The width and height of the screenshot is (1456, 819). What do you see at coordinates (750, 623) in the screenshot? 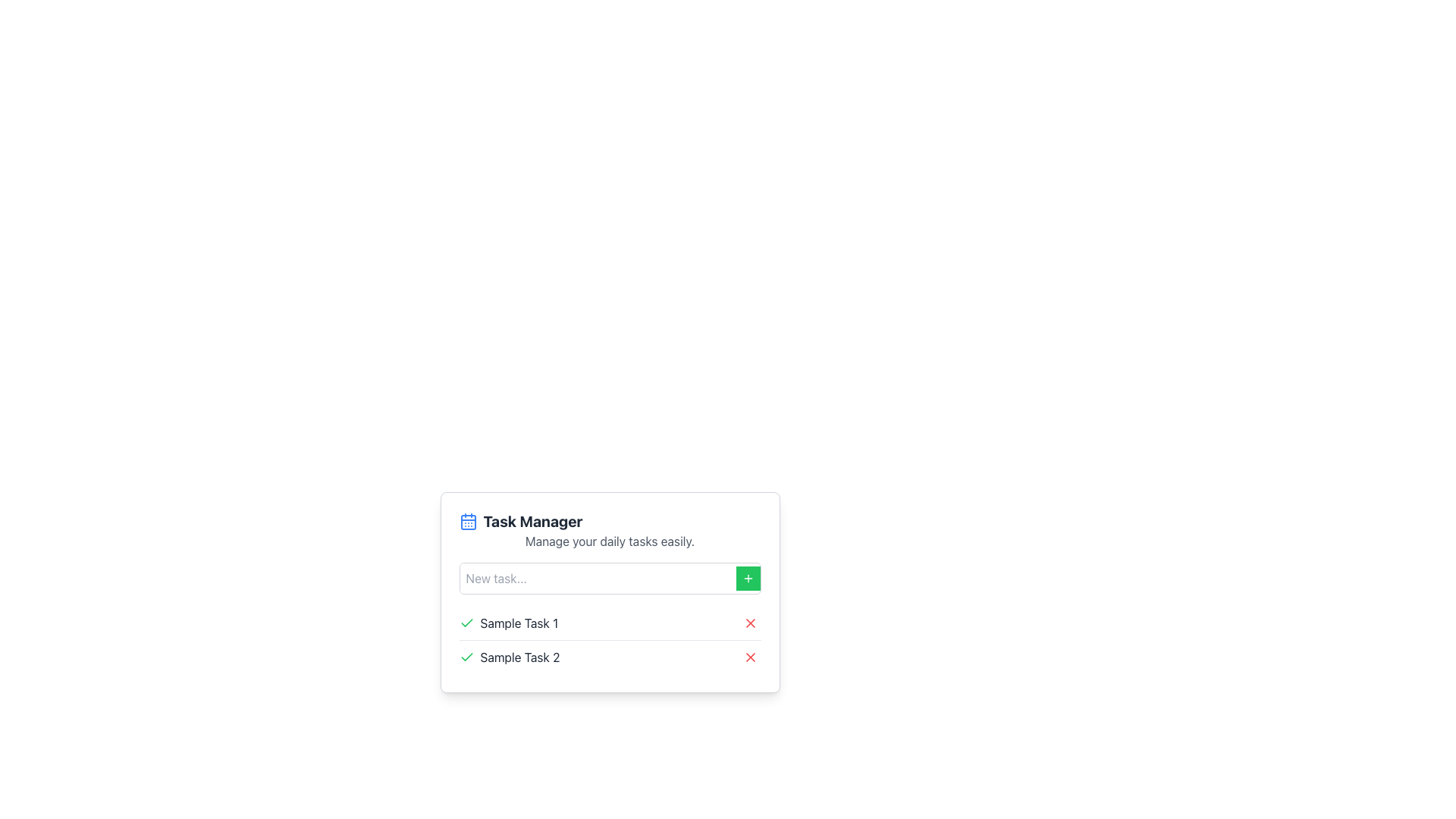
I see `the delete icon next to the task labeled 'Sample Task 1'` at bounding box center [750, 623].